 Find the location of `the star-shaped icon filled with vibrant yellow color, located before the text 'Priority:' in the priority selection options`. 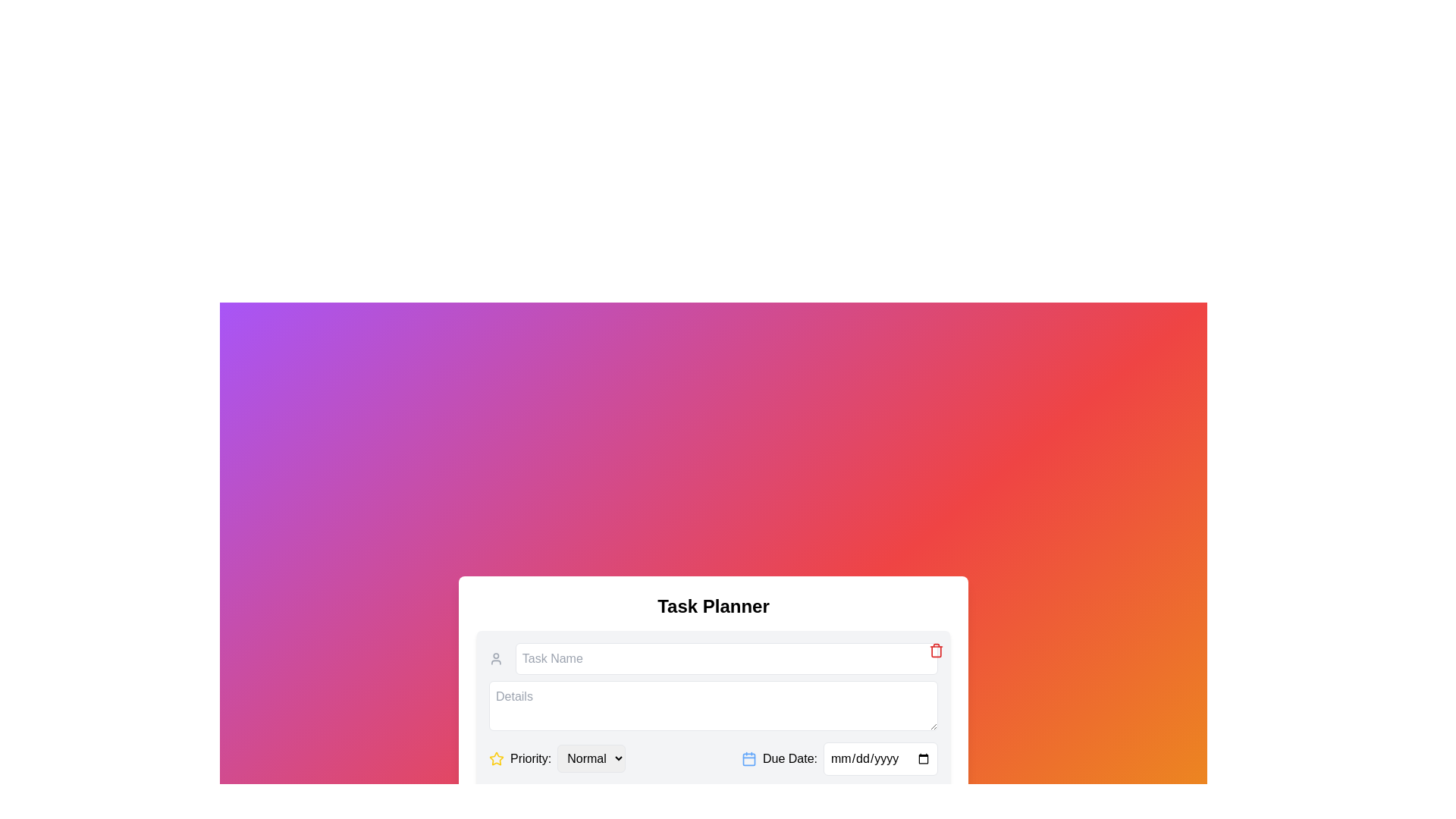

the star-shaped icon filled with vibrant yellow color, located before the text 'Priority:' in the priority selection options is located at coordinates (496, 758).